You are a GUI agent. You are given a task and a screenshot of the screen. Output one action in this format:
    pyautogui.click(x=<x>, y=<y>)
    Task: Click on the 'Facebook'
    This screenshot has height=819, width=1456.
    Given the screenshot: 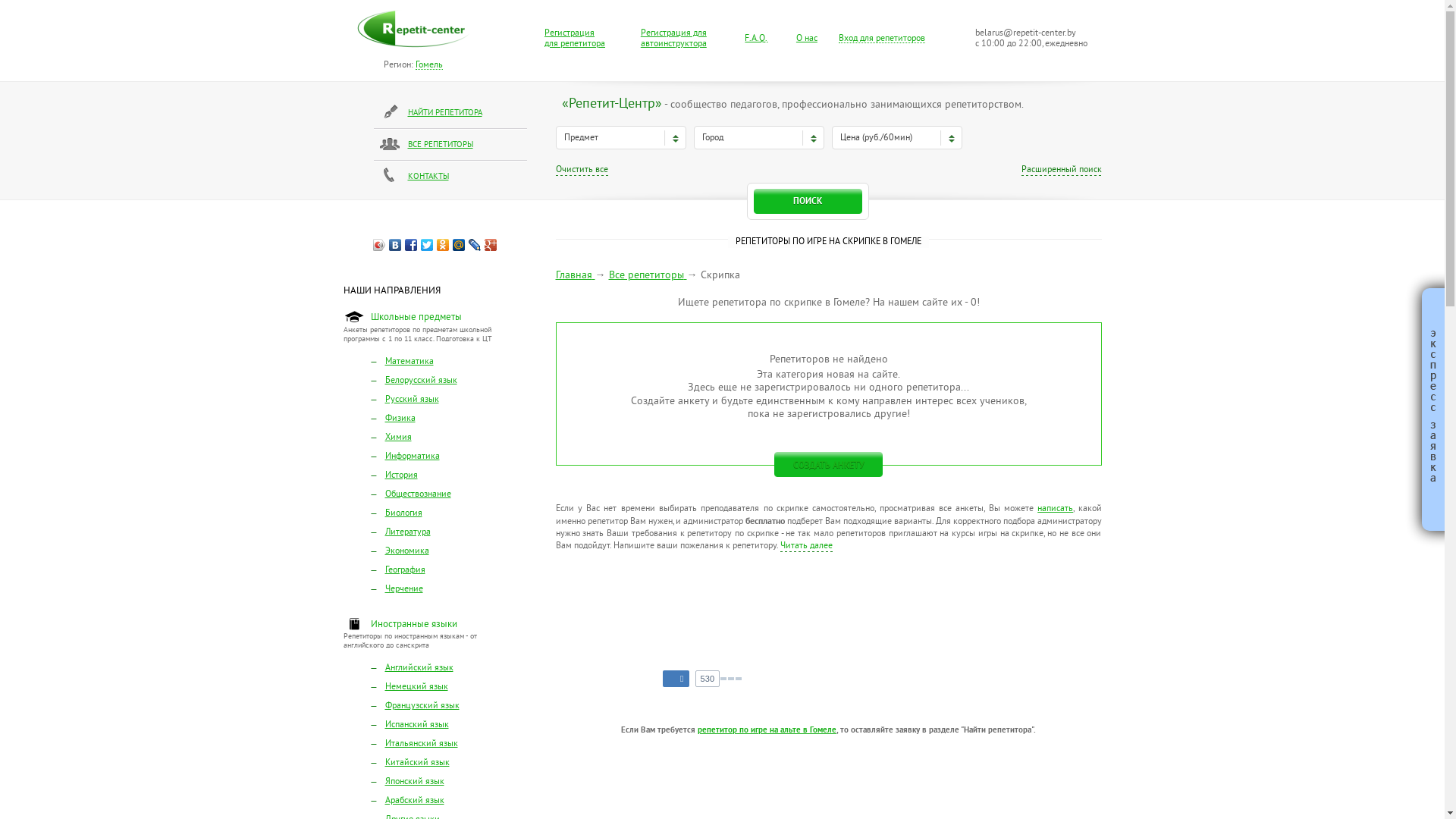 What is the action you would take?
    pyautogui.click(x=403, y=244)
    